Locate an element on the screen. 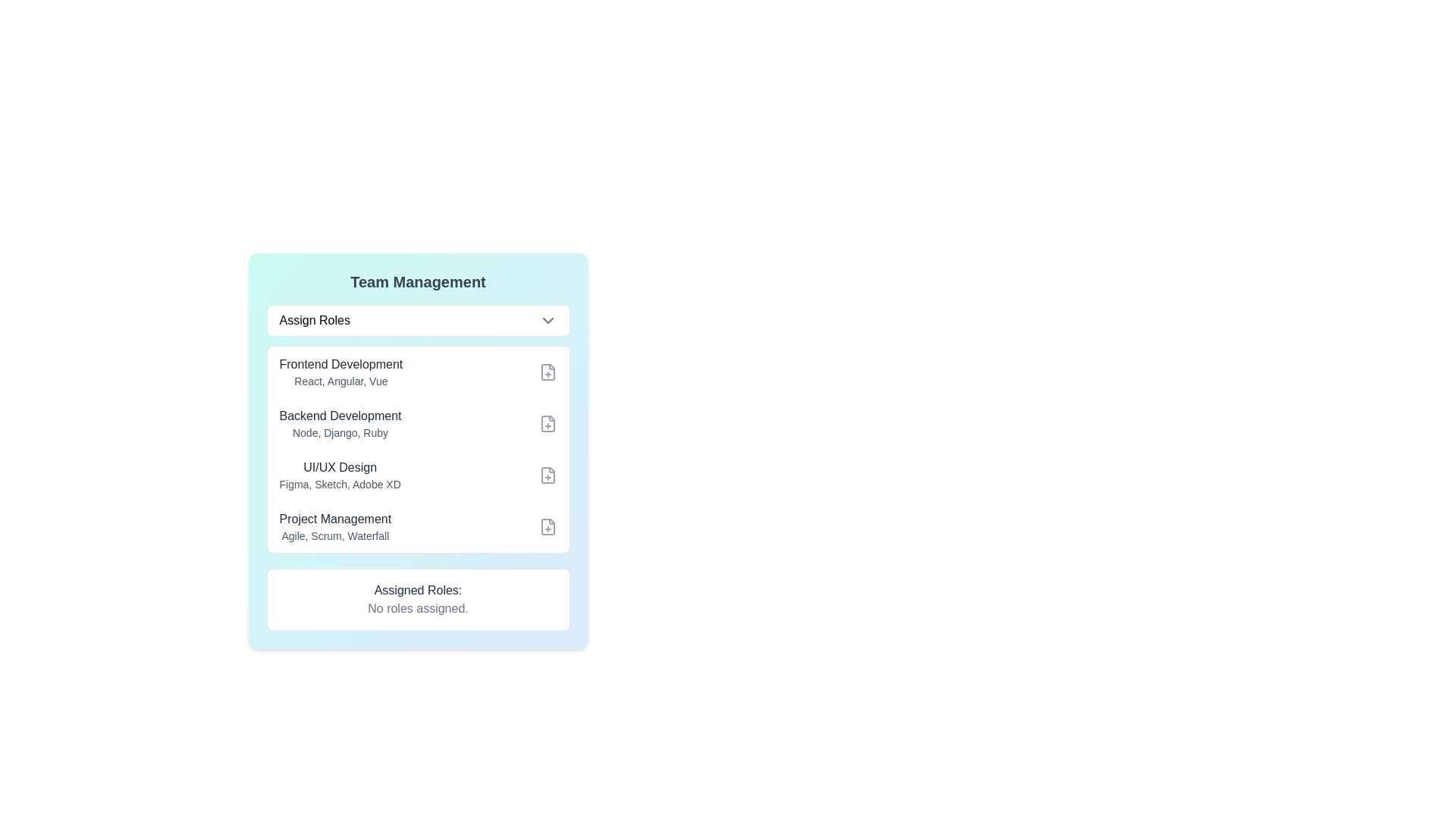  the Static Text Label that provides additional information for the 'Backend Development' category, located below the 'Backend Development' heading within the 'Team Management' card is located at coordinates (339, 432).